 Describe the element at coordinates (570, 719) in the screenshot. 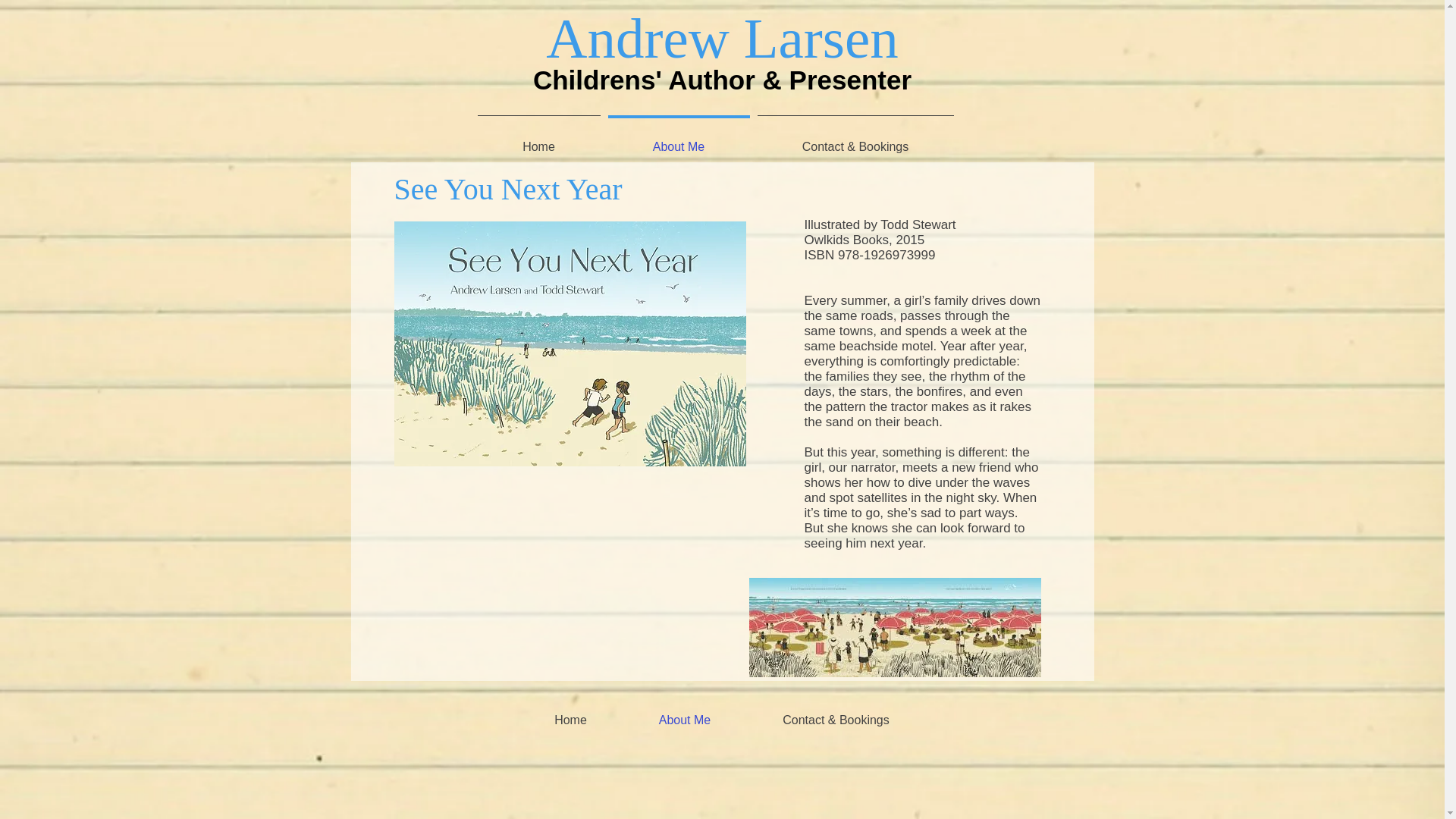

I see `'Home'` at that location.